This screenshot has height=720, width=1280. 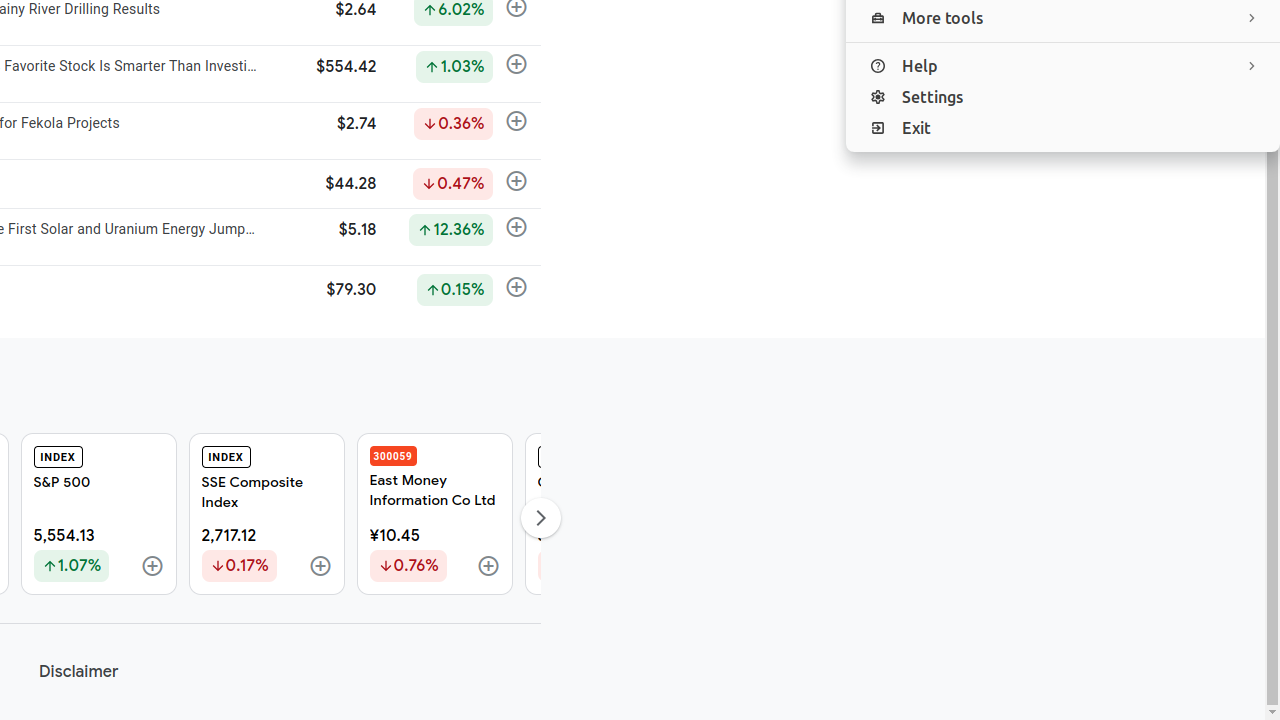 What do you see at coordinates (1062, 65) in the screenshot?
I see `'Help'` at bounding box center [1062, 65].